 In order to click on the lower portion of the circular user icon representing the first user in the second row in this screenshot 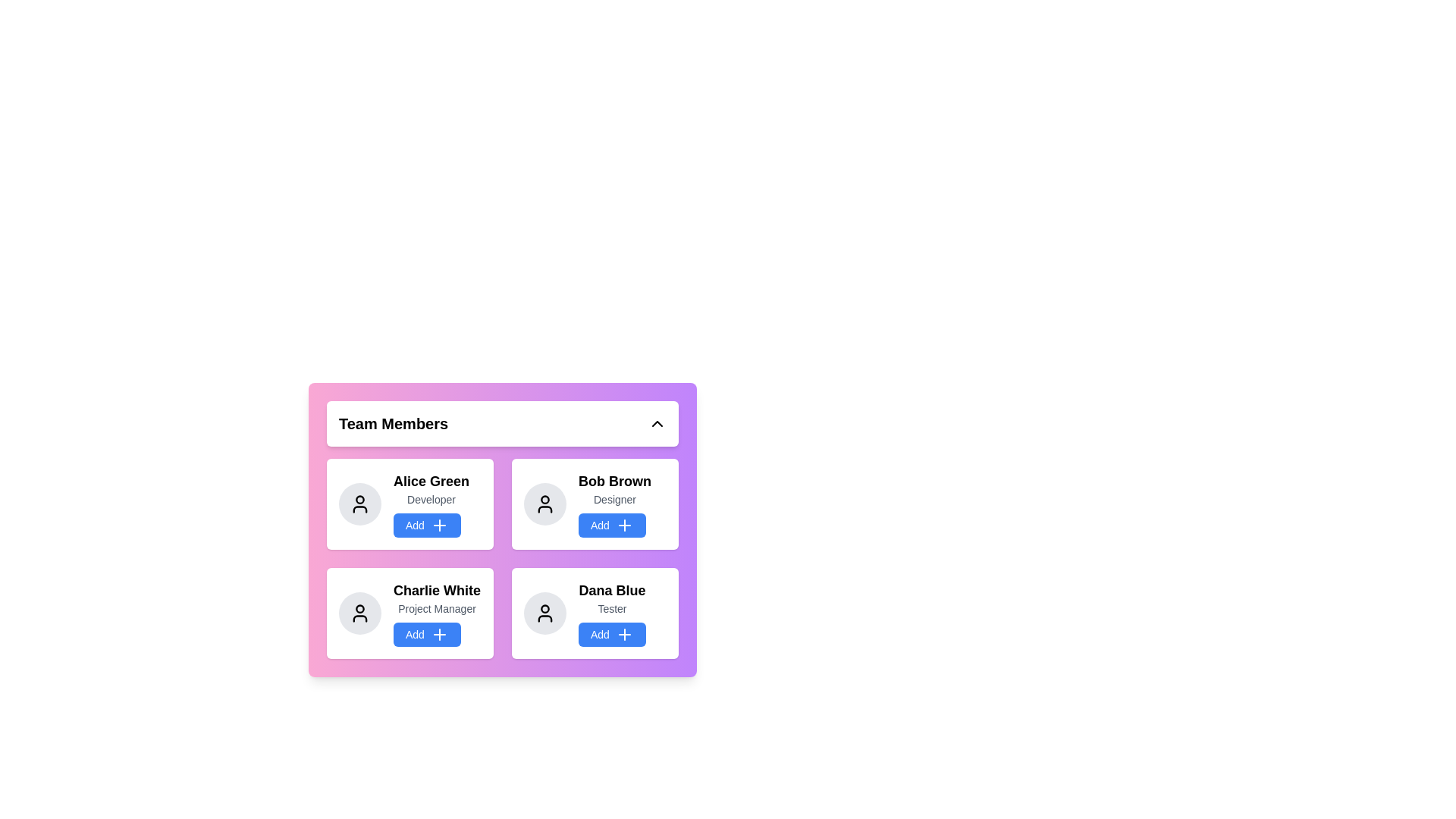, I will do `click(359, 619)`.